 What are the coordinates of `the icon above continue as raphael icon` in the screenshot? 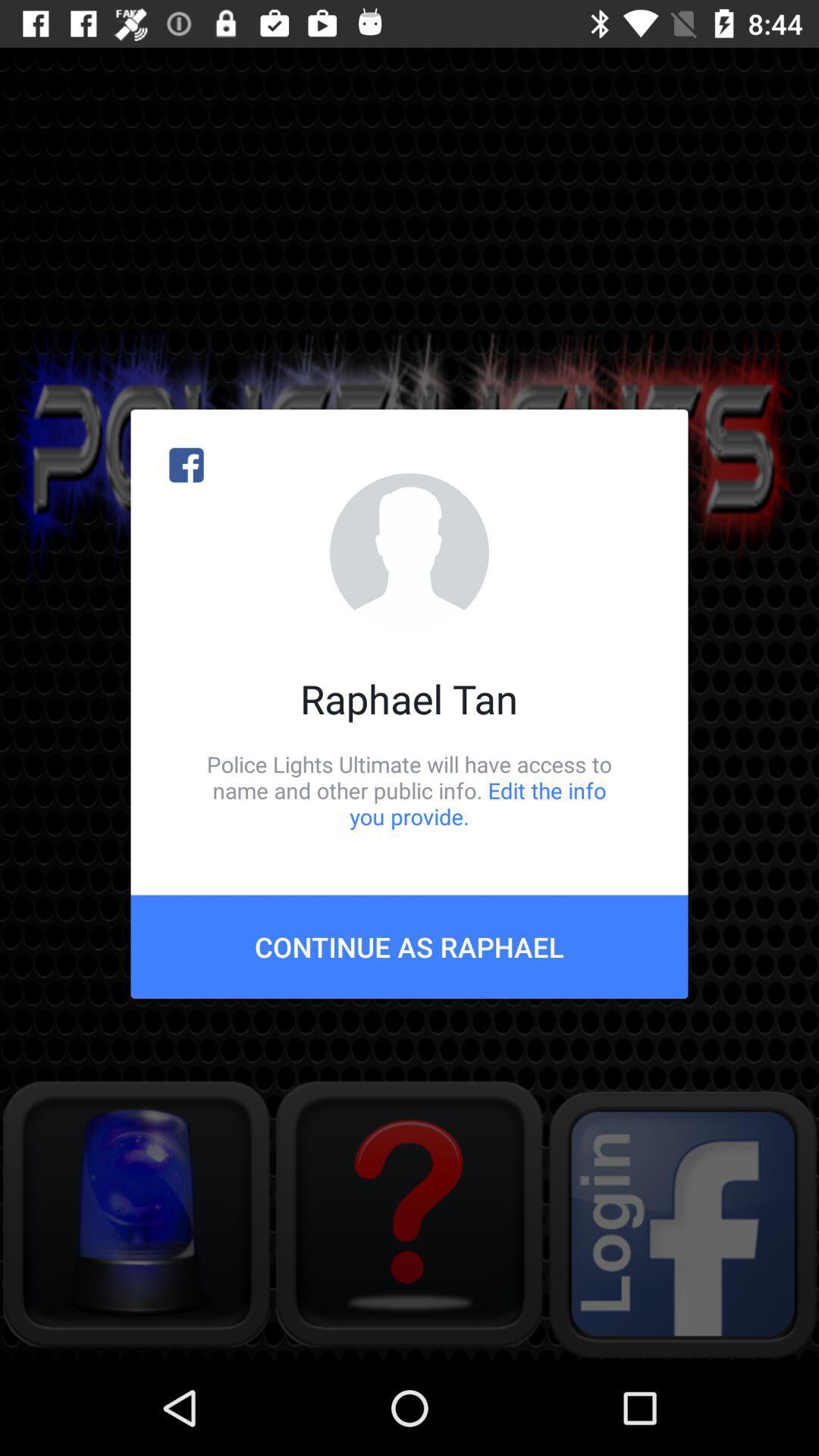 It's located at (409, 789).